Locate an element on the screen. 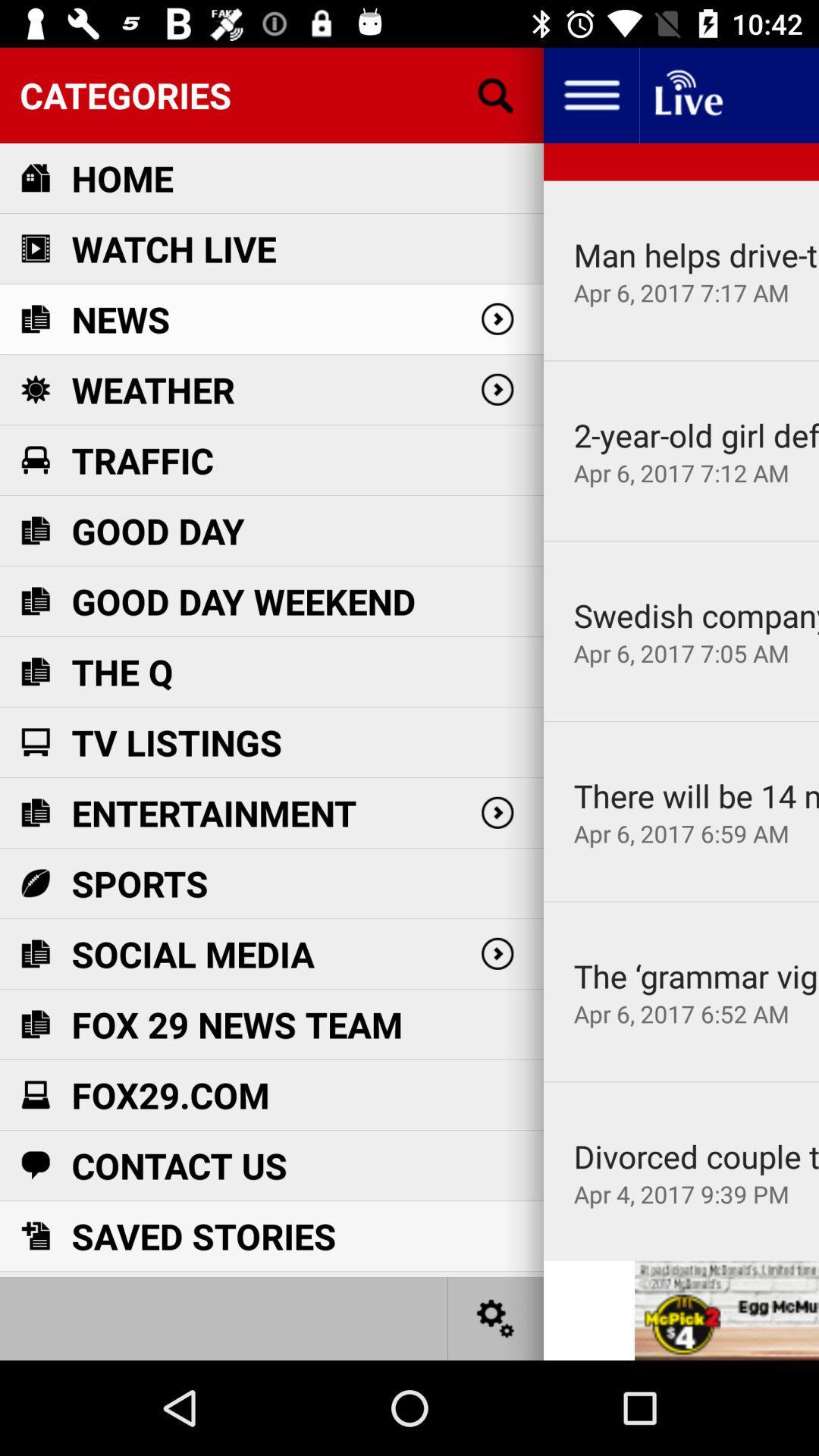 The width and height of the screenshot is (819, 1456). live coverage button is located at coordinates (687, 94).